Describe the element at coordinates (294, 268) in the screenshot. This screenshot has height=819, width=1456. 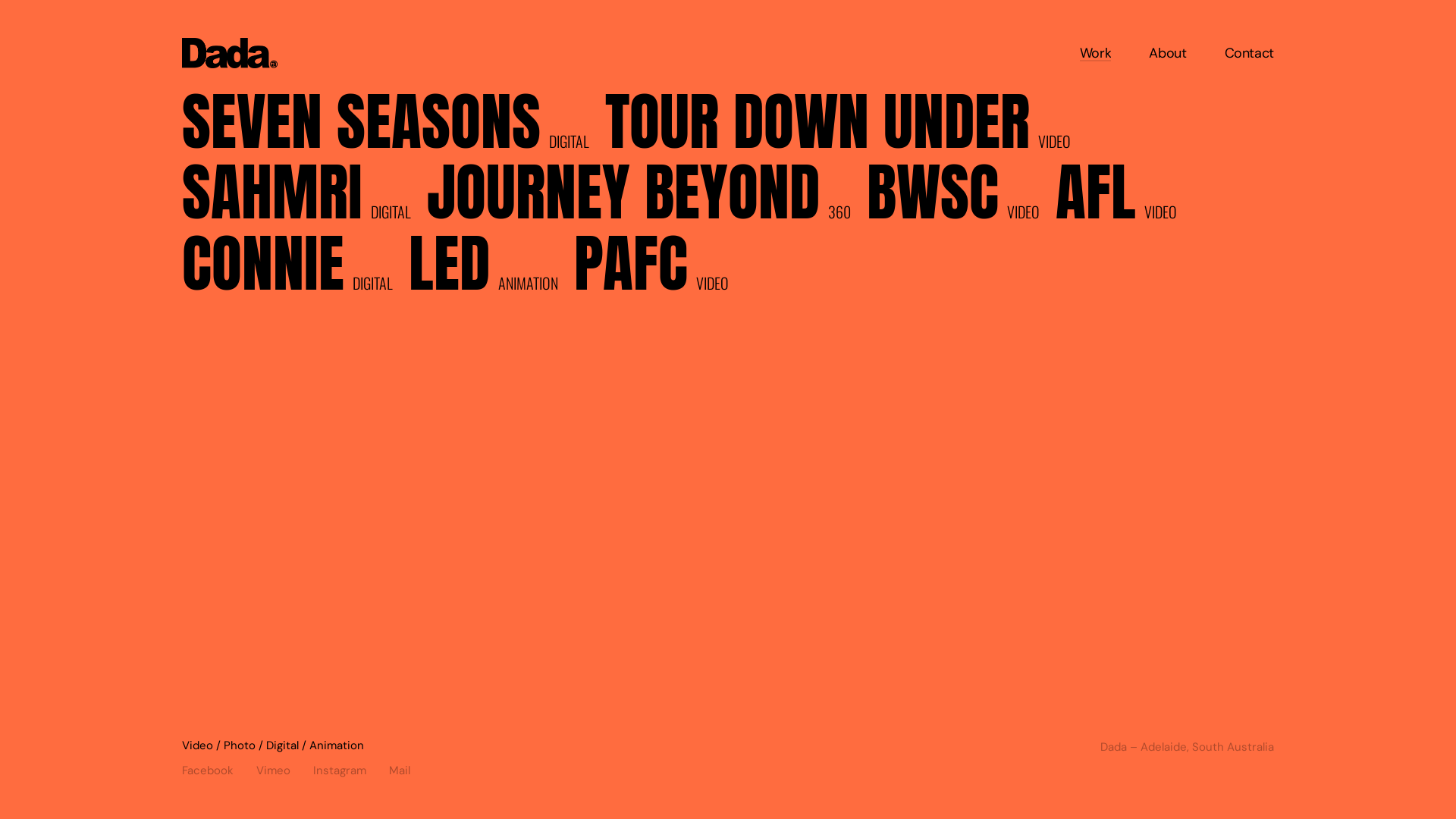
I see `'CONNIE DIGITAL'` at that location.